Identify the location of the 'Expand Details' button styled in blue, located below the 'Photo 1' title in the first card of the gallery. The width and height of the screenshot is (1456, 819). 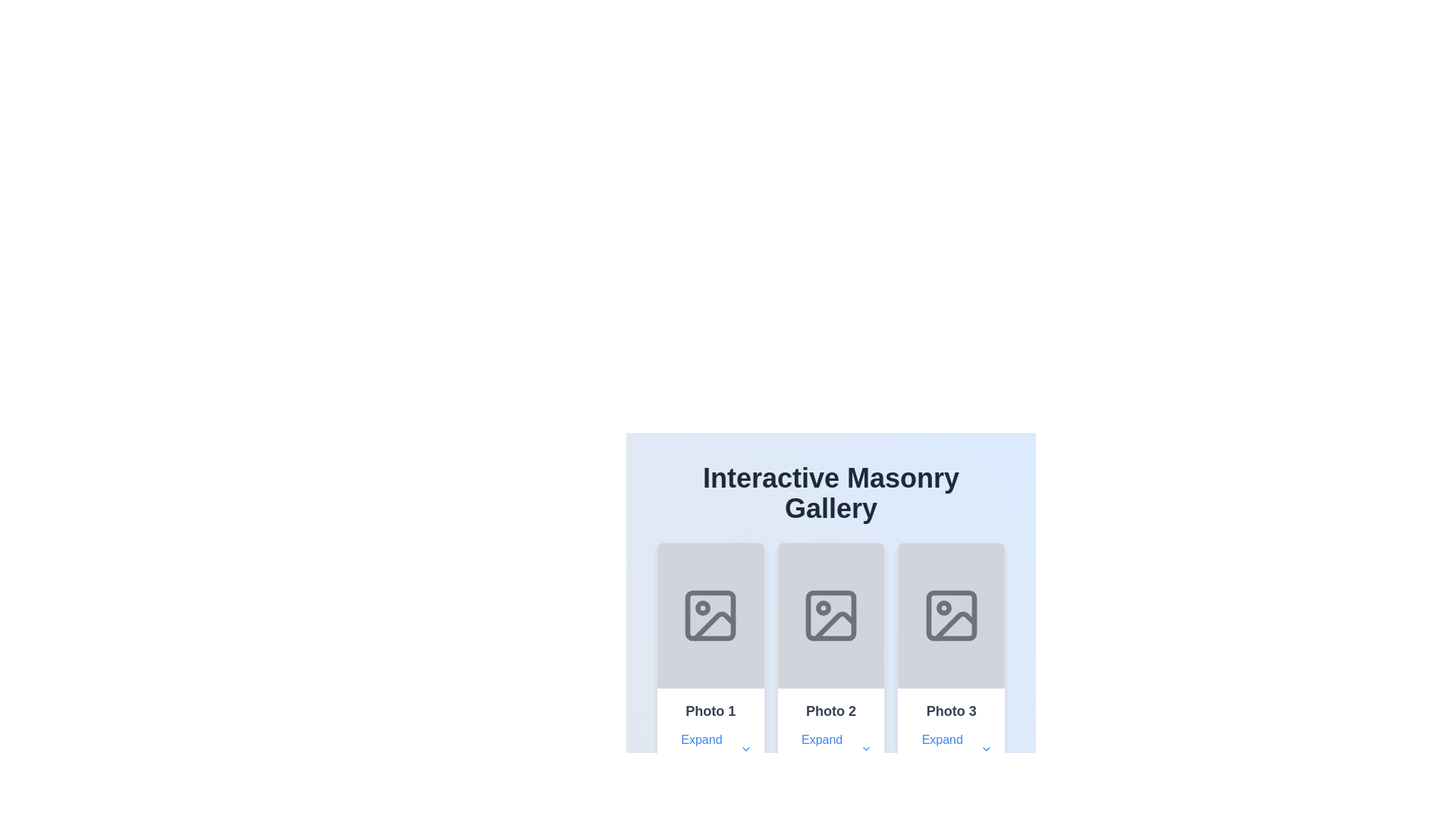
(710, 748).